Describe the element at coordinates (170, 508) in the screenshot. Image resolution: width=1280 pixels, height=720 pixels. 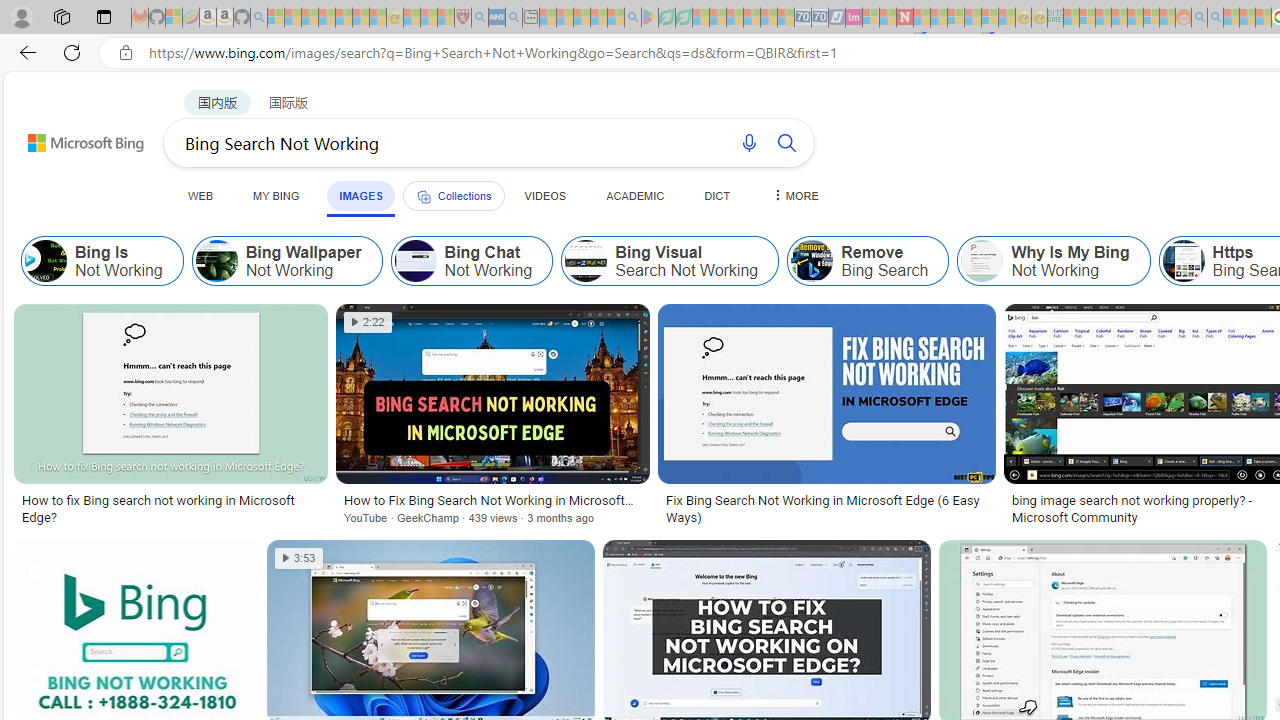
I see `'How to fix Bing search not working in Microsoft Edge?'` at that location.